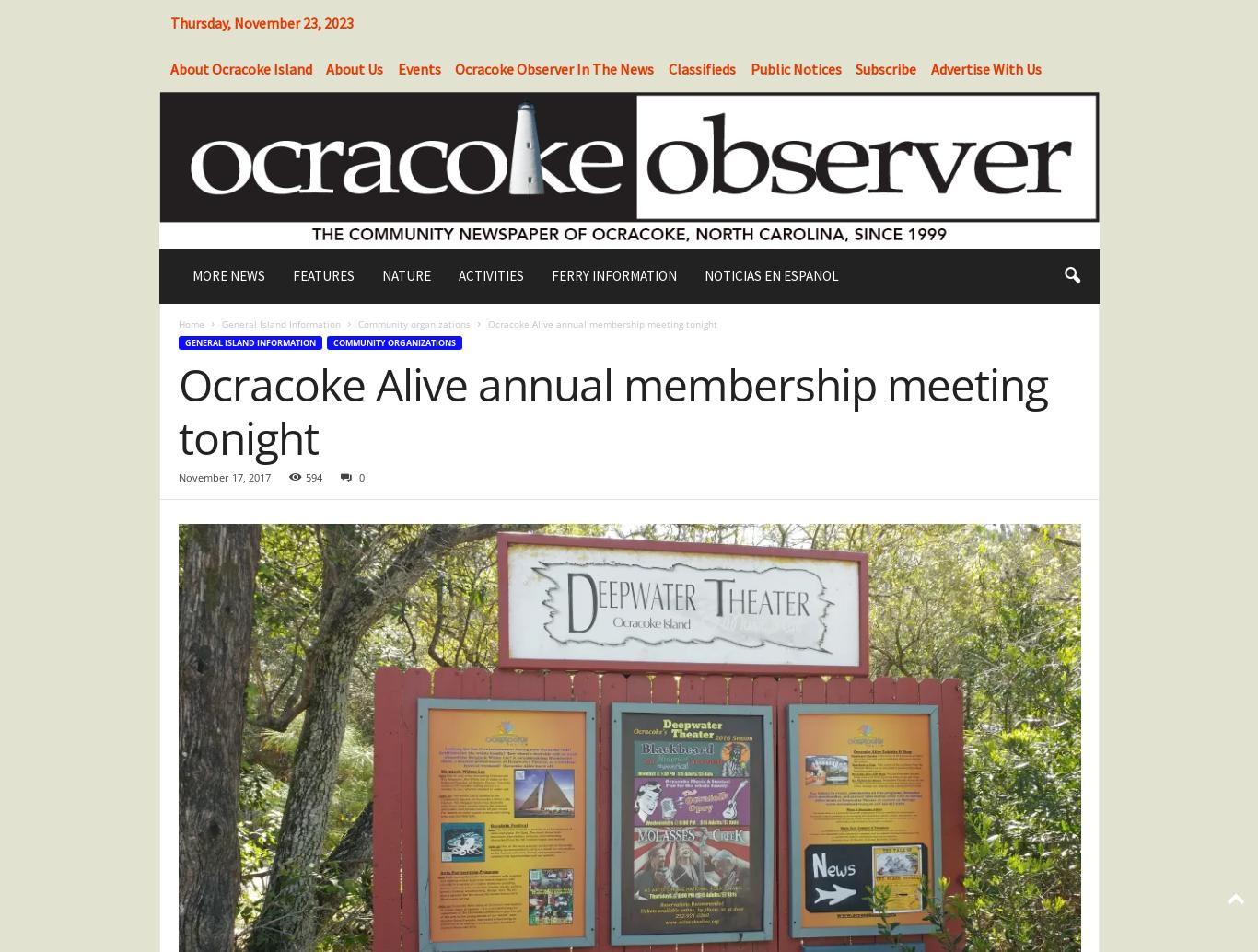 The image size is (1258, 952). Describe the element at coordinates (360, 476) in the screenshot. I see `'0'` at that location.